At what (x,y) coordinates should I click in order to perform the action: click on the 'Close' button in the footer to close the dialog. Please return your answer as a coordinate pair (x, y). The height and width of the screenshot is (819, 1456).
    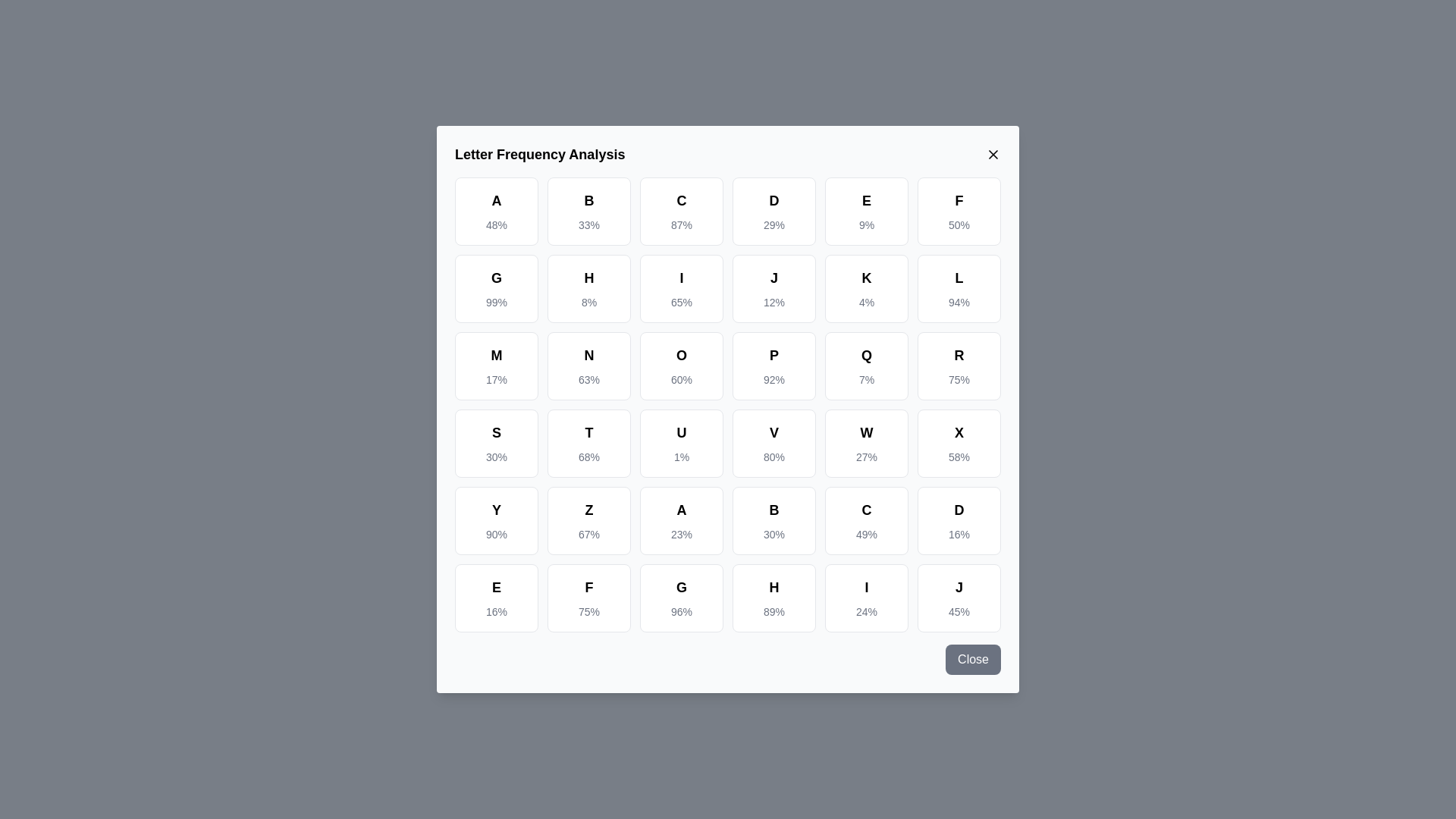
    Looking at the image, I should click on (972, 659).